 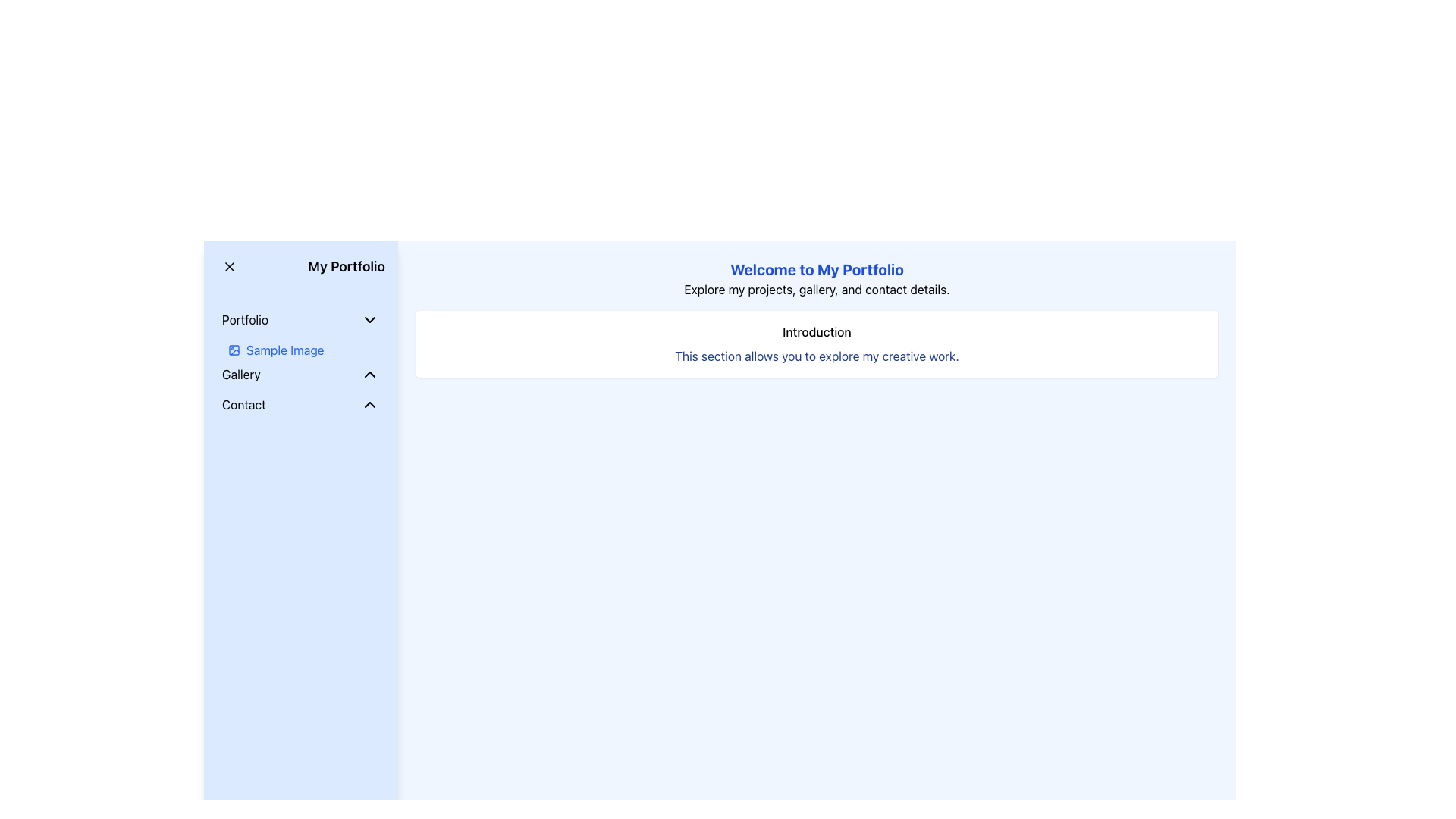 What do you see at coordinates (816, 356) in the screenshot?
I see `the text label that reads 'This section allows you` at bounding box center [816, 356].